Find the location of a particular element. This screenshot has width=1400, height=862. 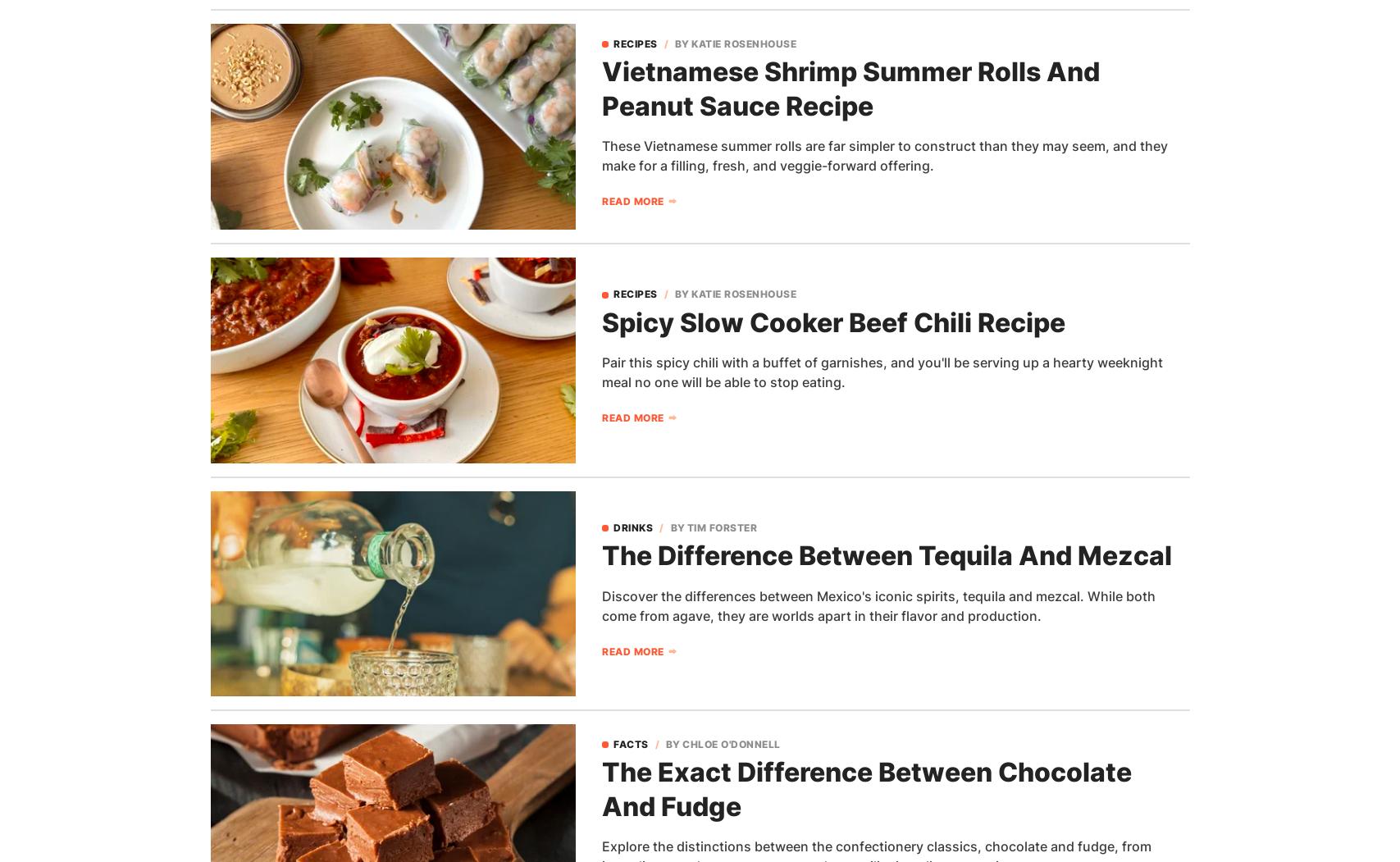

'The Exact Difference Between Chocolate And Fudge' is located at coordinates (865, 787).